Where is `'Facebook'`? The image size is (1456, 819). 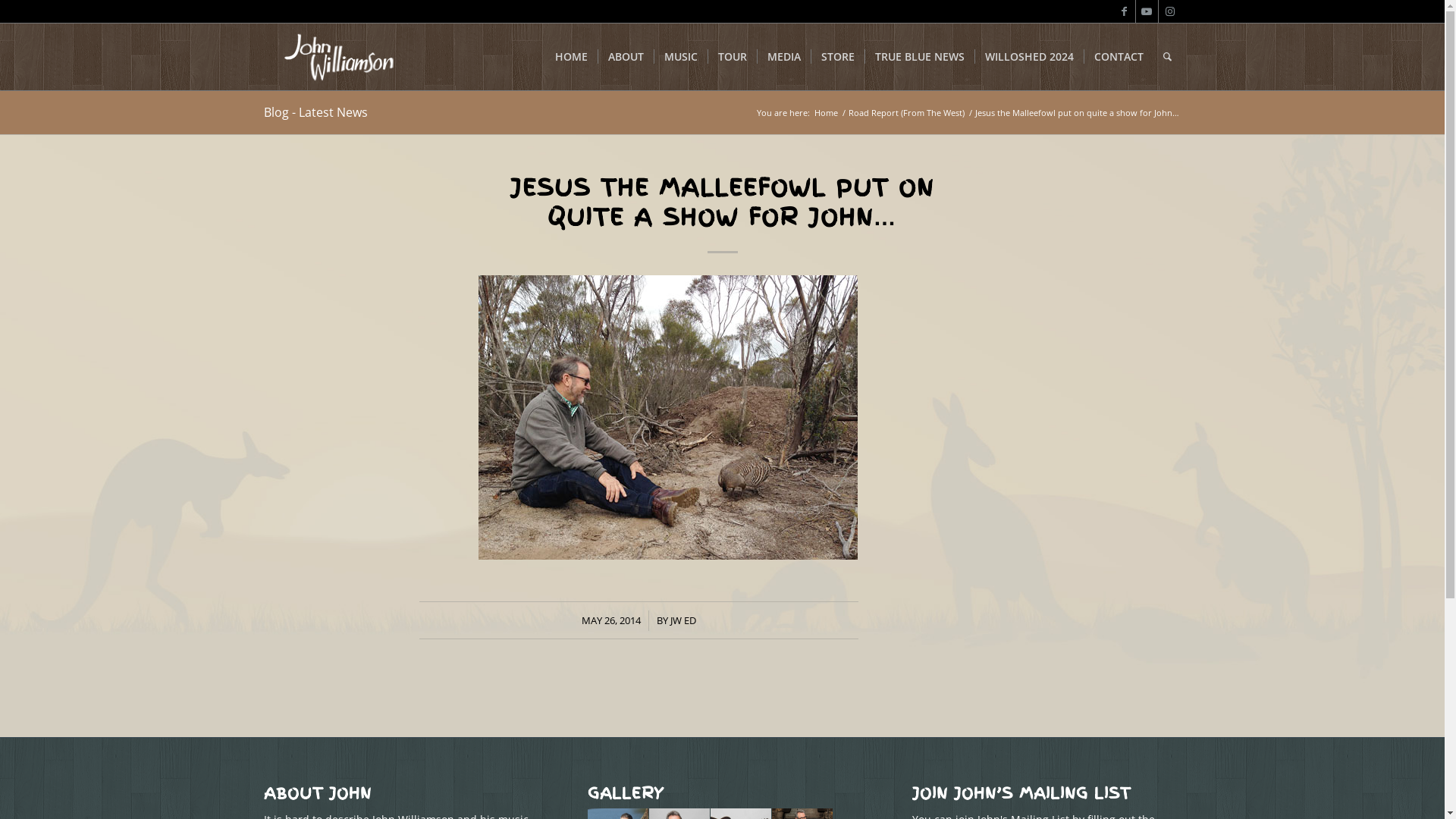
'Facebook' is located at coordinates (1113, 11).